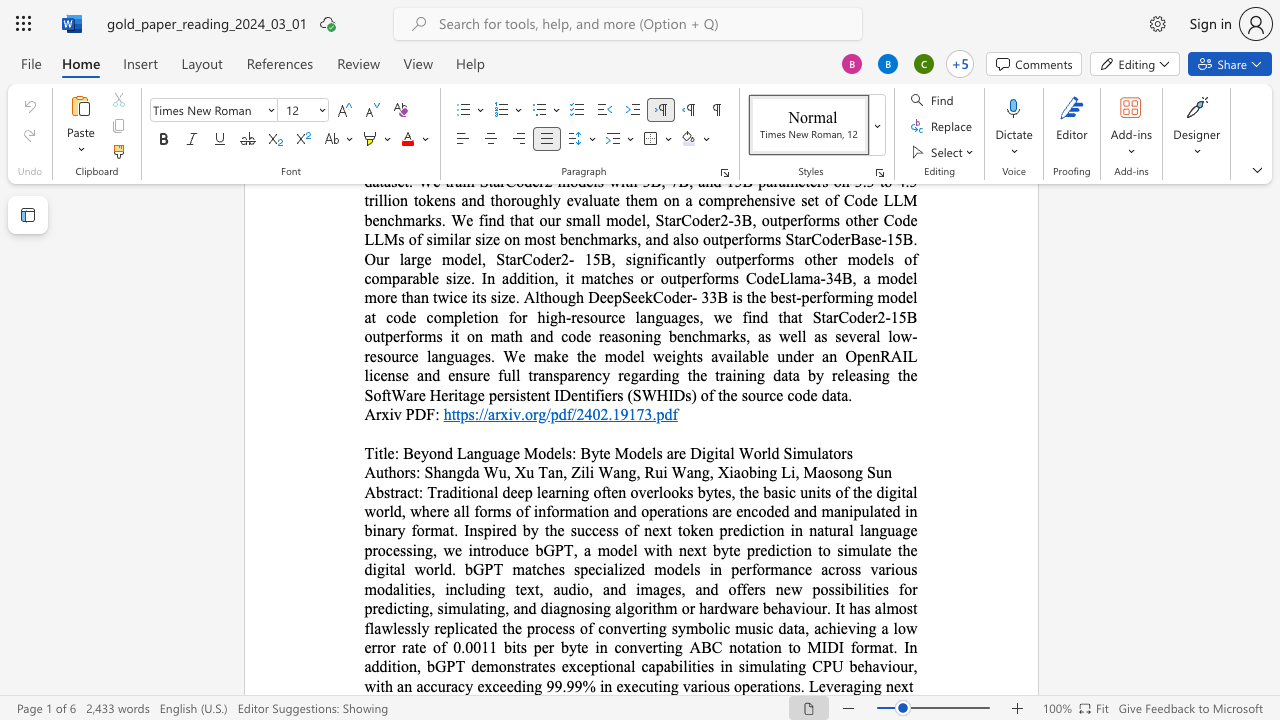  I want to click on the space between the continuous character "a" and "n" in the text, so click(403, 685).